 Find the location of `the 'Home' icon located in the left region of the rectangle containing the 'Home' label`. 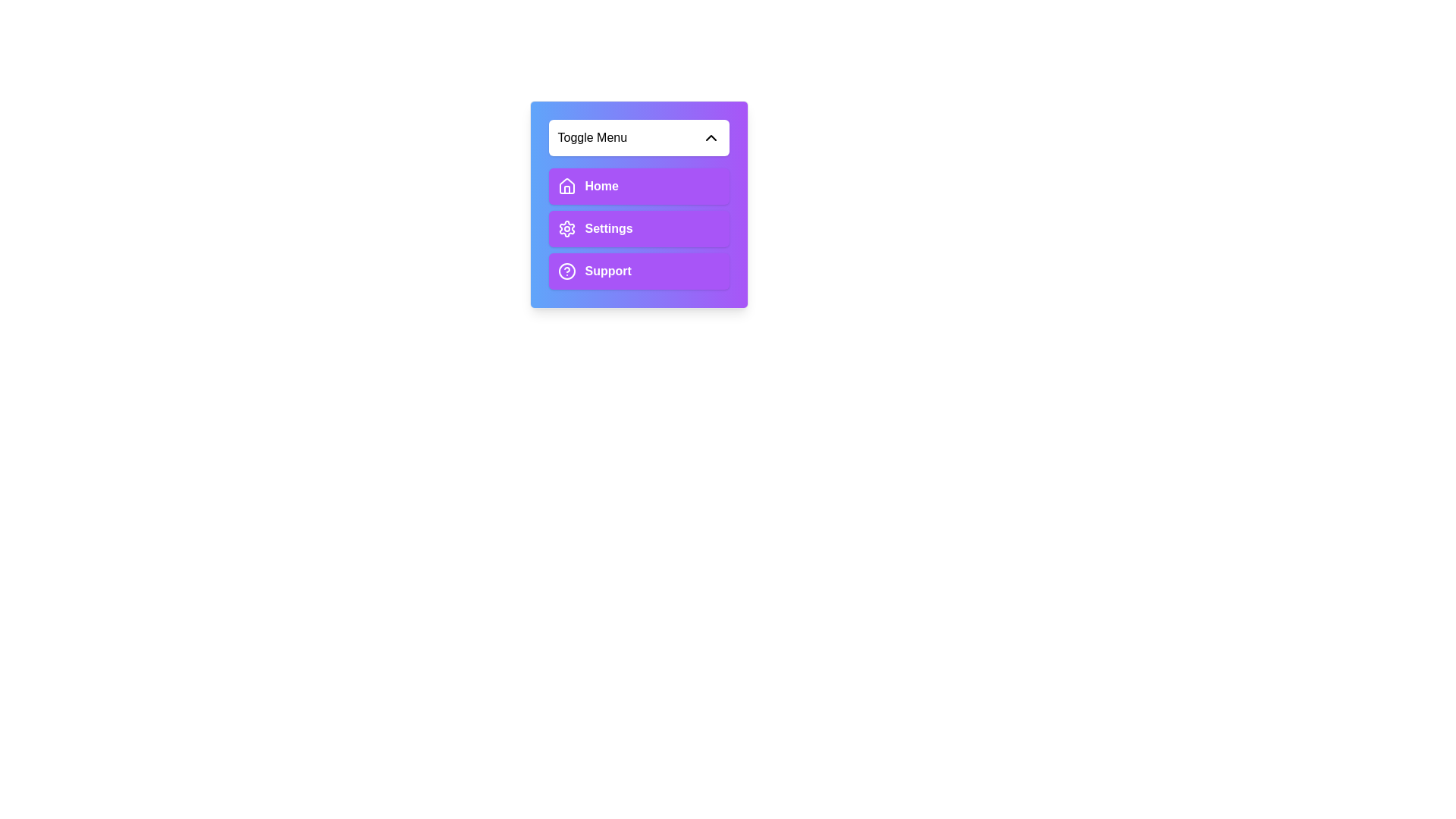

the 'Home' icon located in the left region of the rectangle containing the 'Home' label is located at coordinates (566, 189).